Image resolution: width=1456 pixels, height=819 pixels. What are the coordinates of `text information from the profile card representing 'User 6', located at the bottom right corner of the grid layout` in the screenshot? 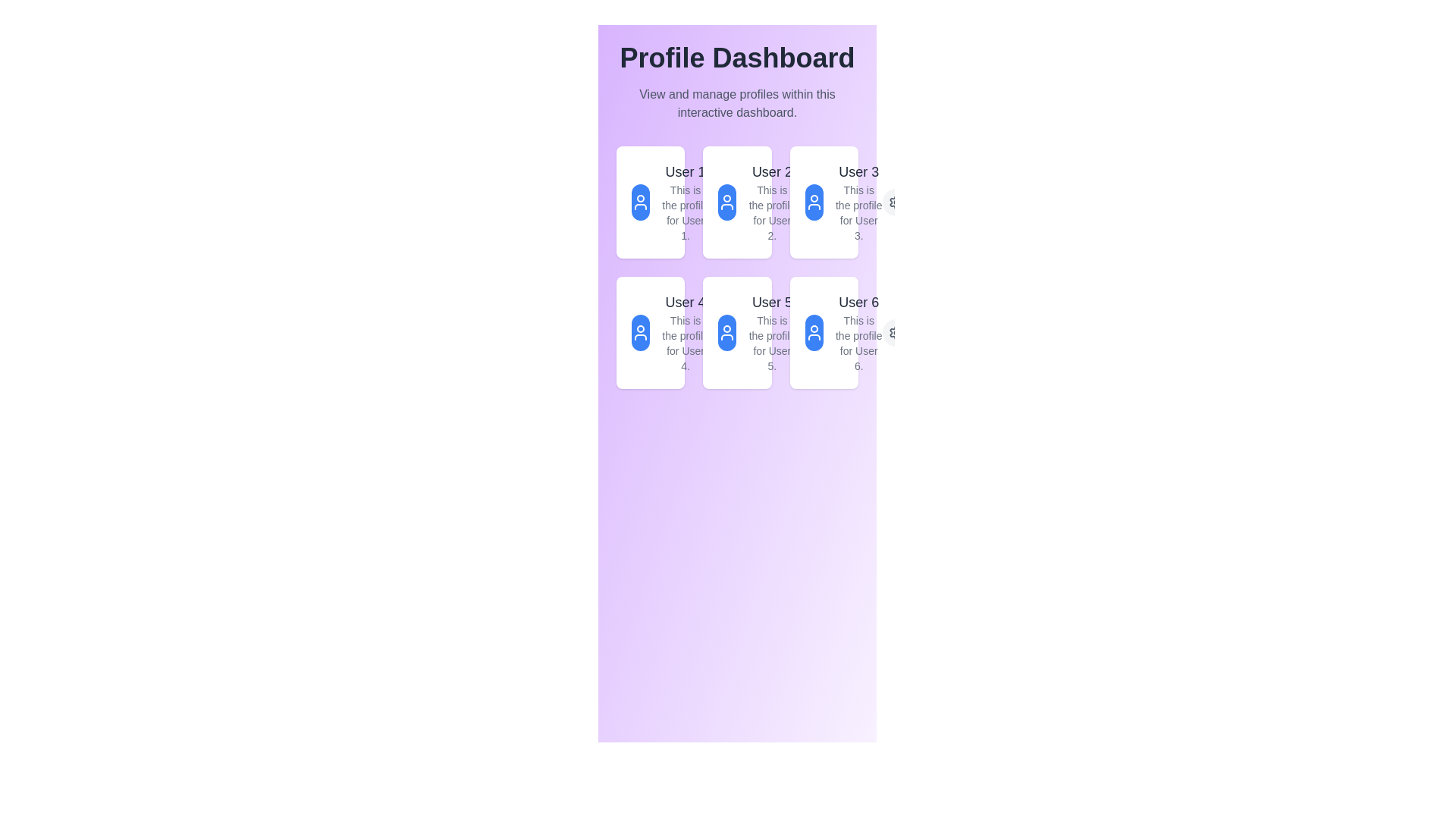 It's located at (843, 332).